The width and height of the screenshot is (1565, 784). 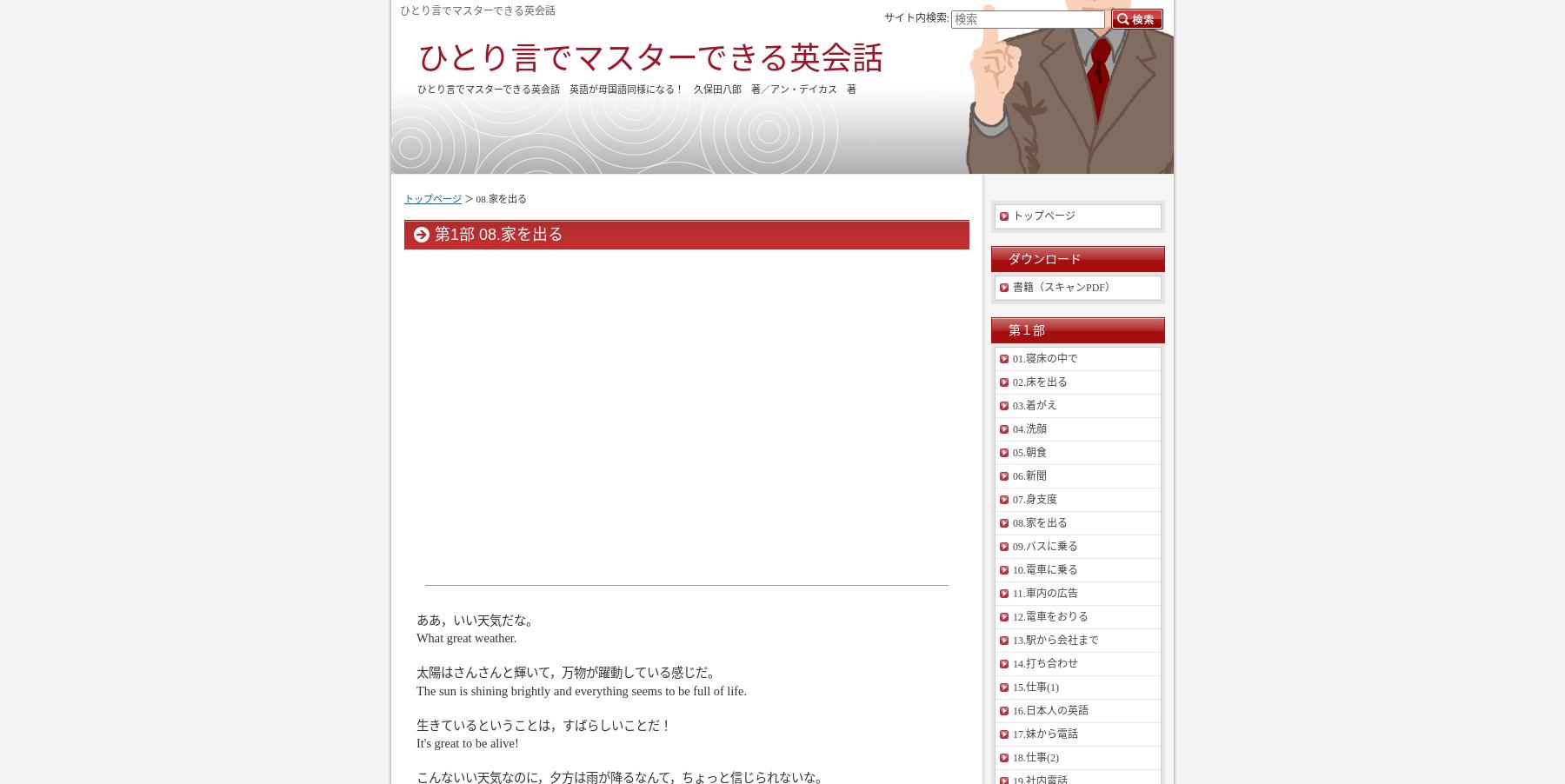 What do you see at coordinates (1044, 545) in the screenshot?
I see `'09.バスに乗る'` at bounding box center [1044, 545].